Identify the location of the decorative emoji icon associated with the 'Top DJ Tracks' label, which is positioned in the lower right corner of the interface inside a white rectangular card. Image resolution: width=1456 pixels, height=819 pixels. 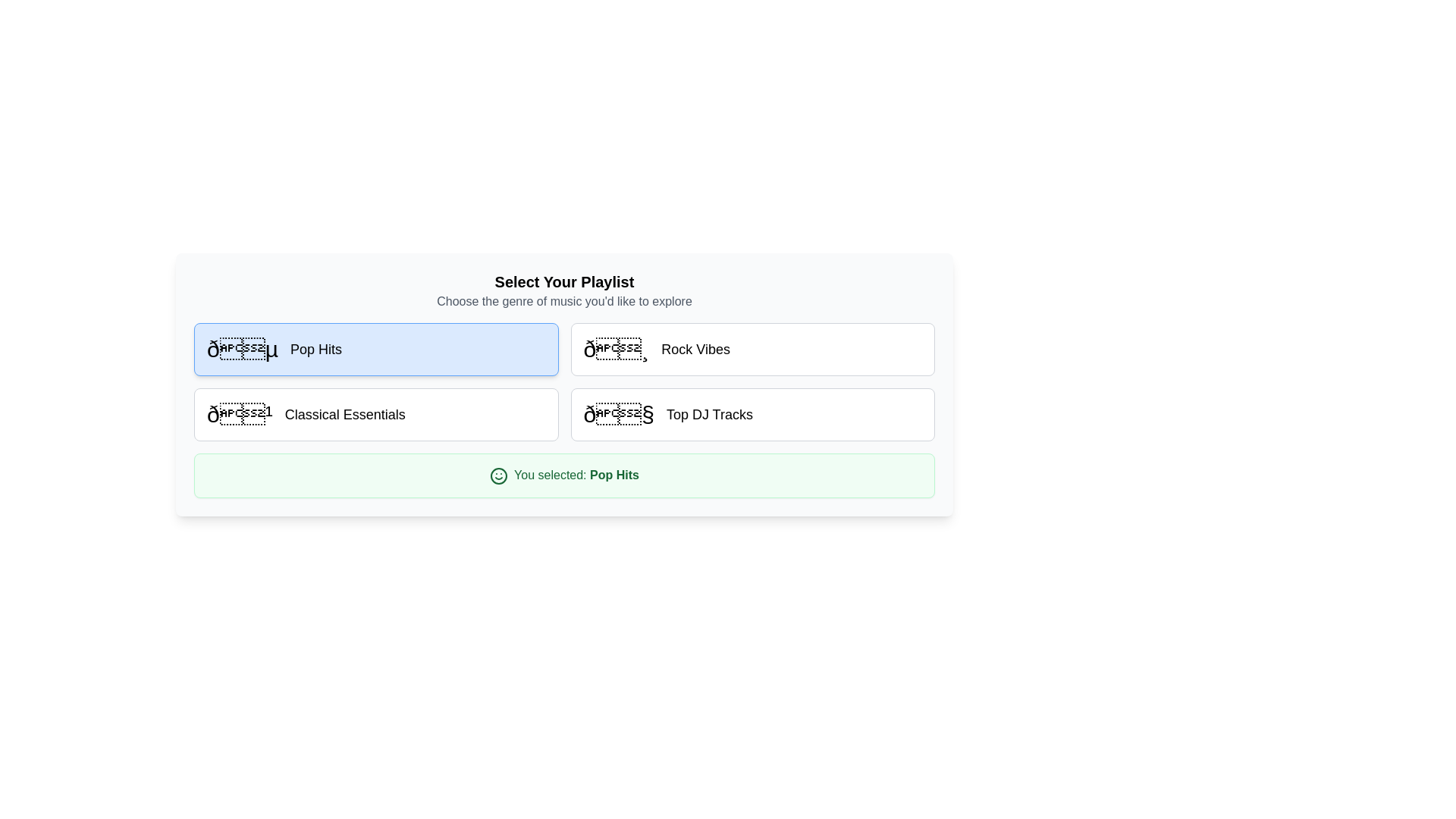
(619, 415).